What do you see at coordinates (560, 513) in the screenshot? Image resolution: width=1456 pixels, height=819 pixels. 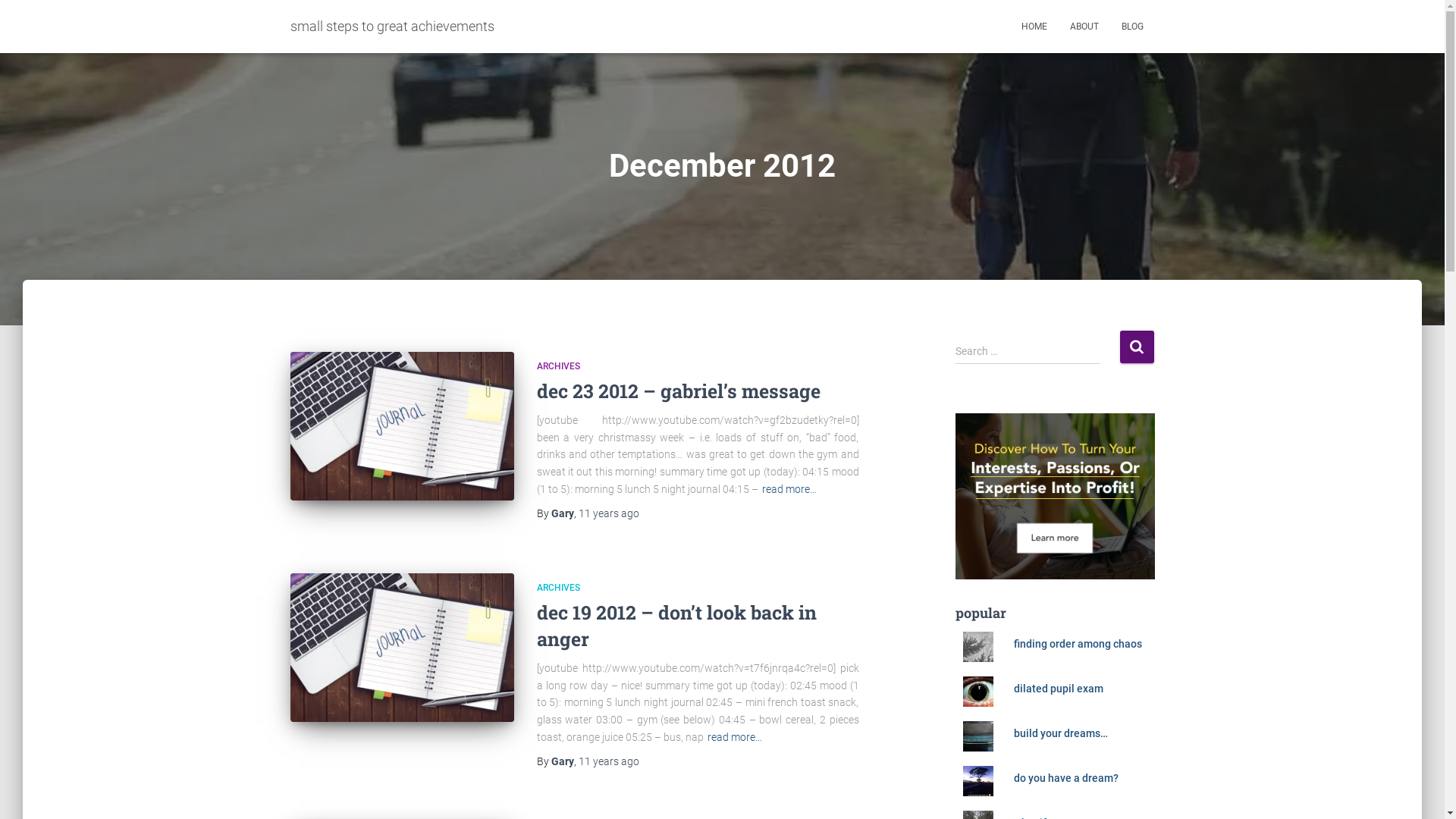 I see `'Gary'` at bounding box center [560, 513].